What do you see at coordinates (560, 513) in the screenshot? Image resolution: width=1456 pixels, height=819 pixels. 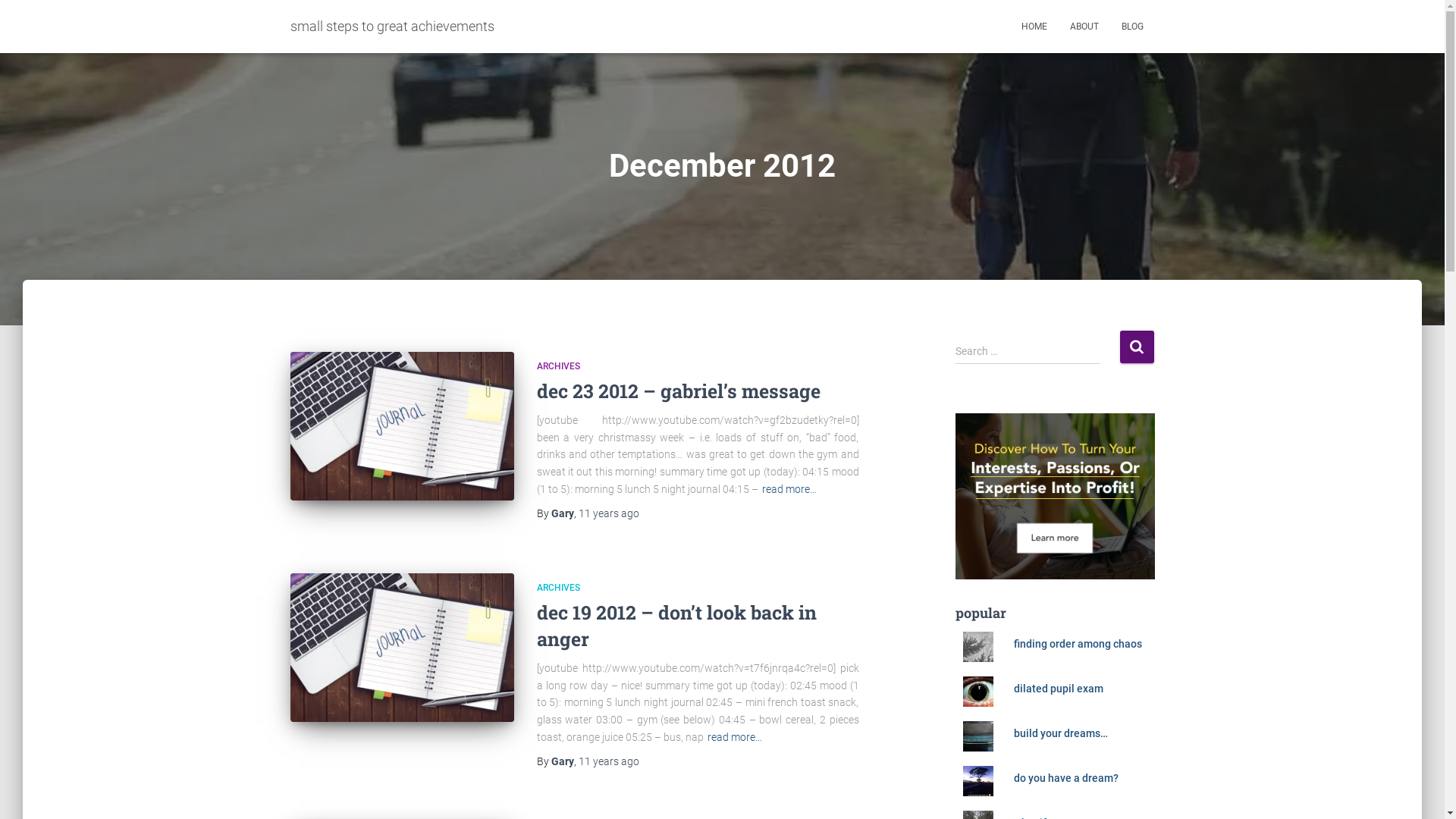 I see `'Gary'` at bounding box center [560, 513].